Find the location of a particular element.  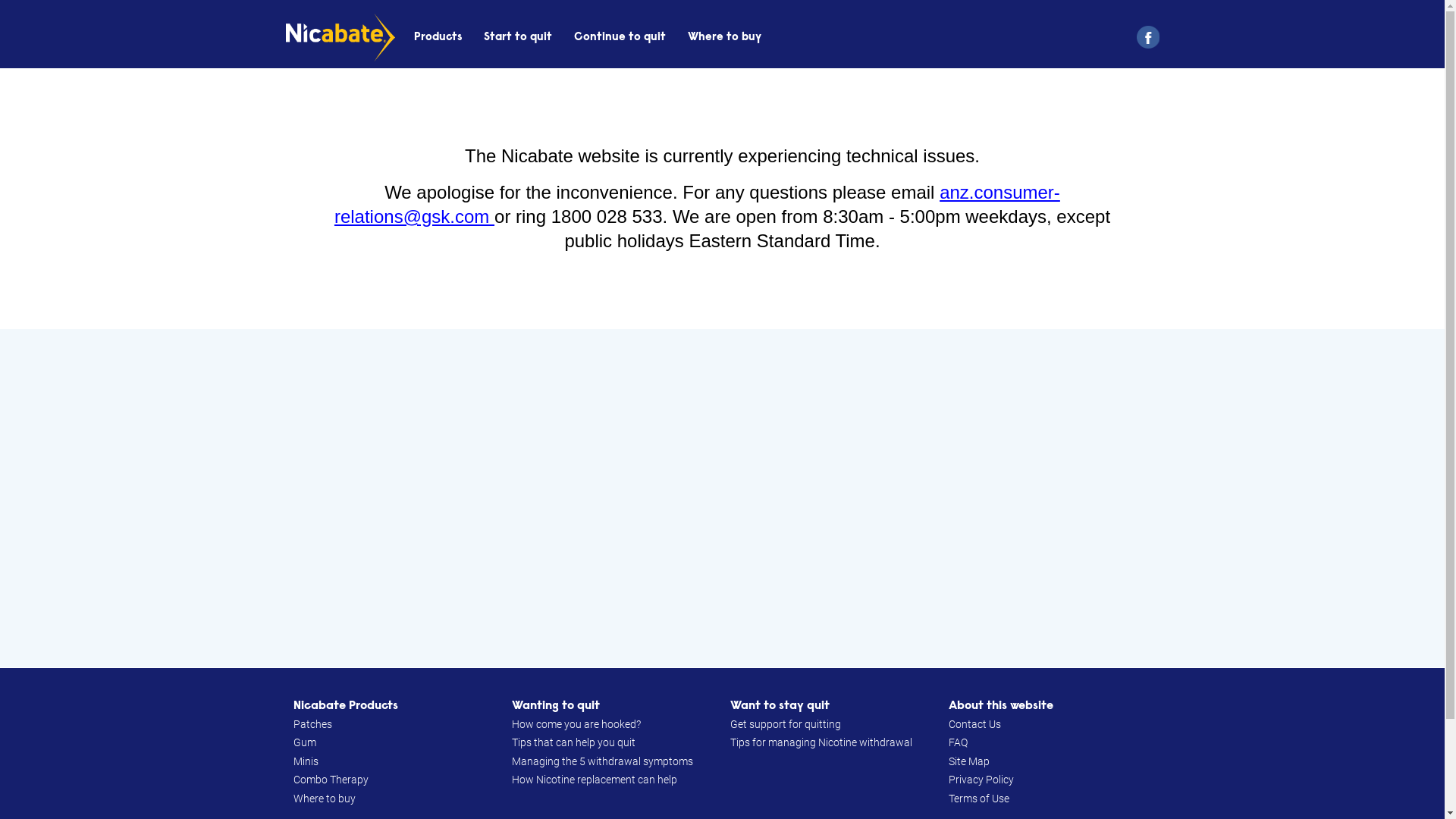

'Want to stay quit' is located at coordinates (779, 705).